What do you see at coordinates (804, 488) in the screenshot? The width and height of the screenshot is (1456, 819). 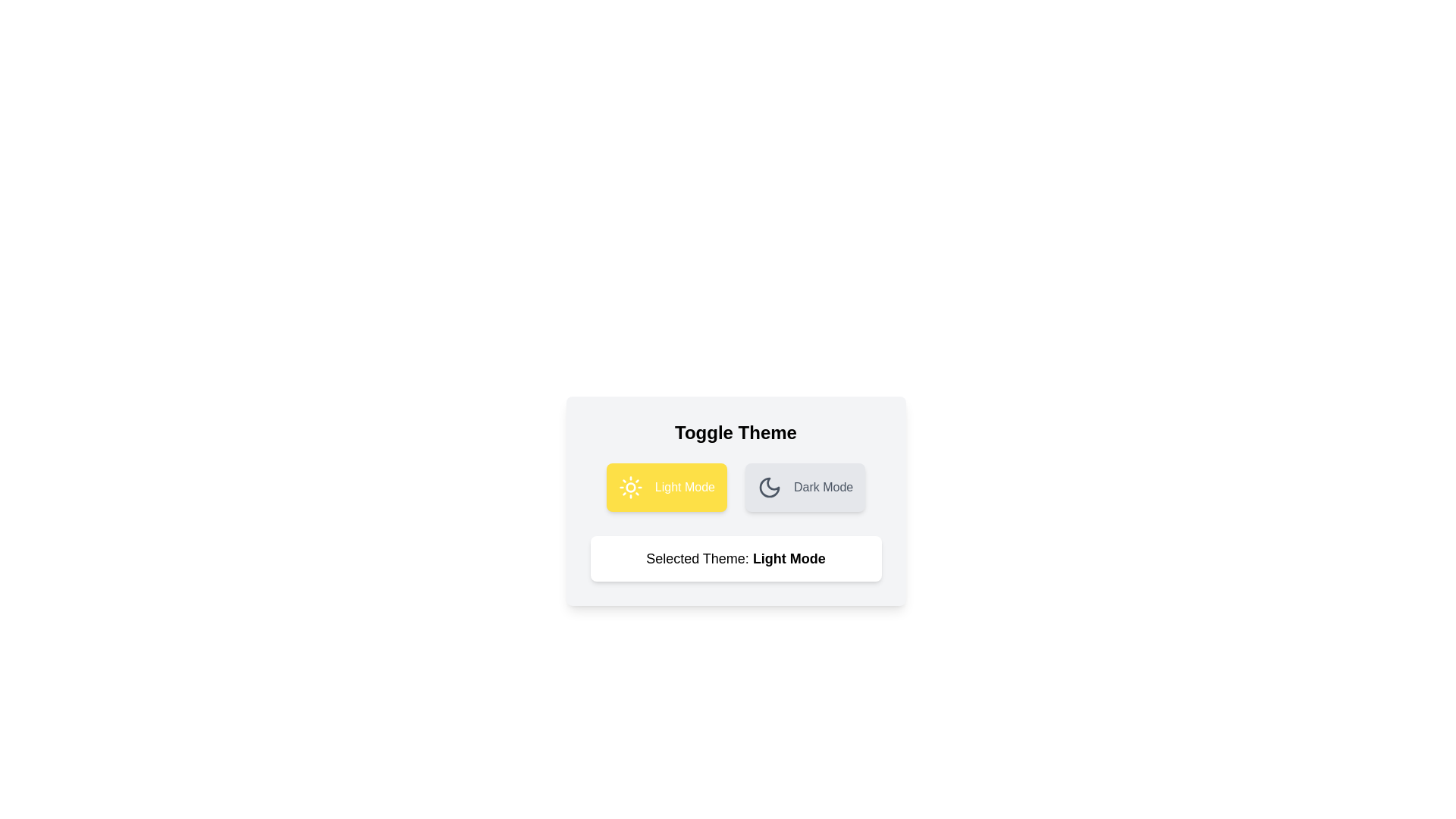 I see `the 'Dark Mode' button to activate the dark theme` at bounding box center [804, 488].